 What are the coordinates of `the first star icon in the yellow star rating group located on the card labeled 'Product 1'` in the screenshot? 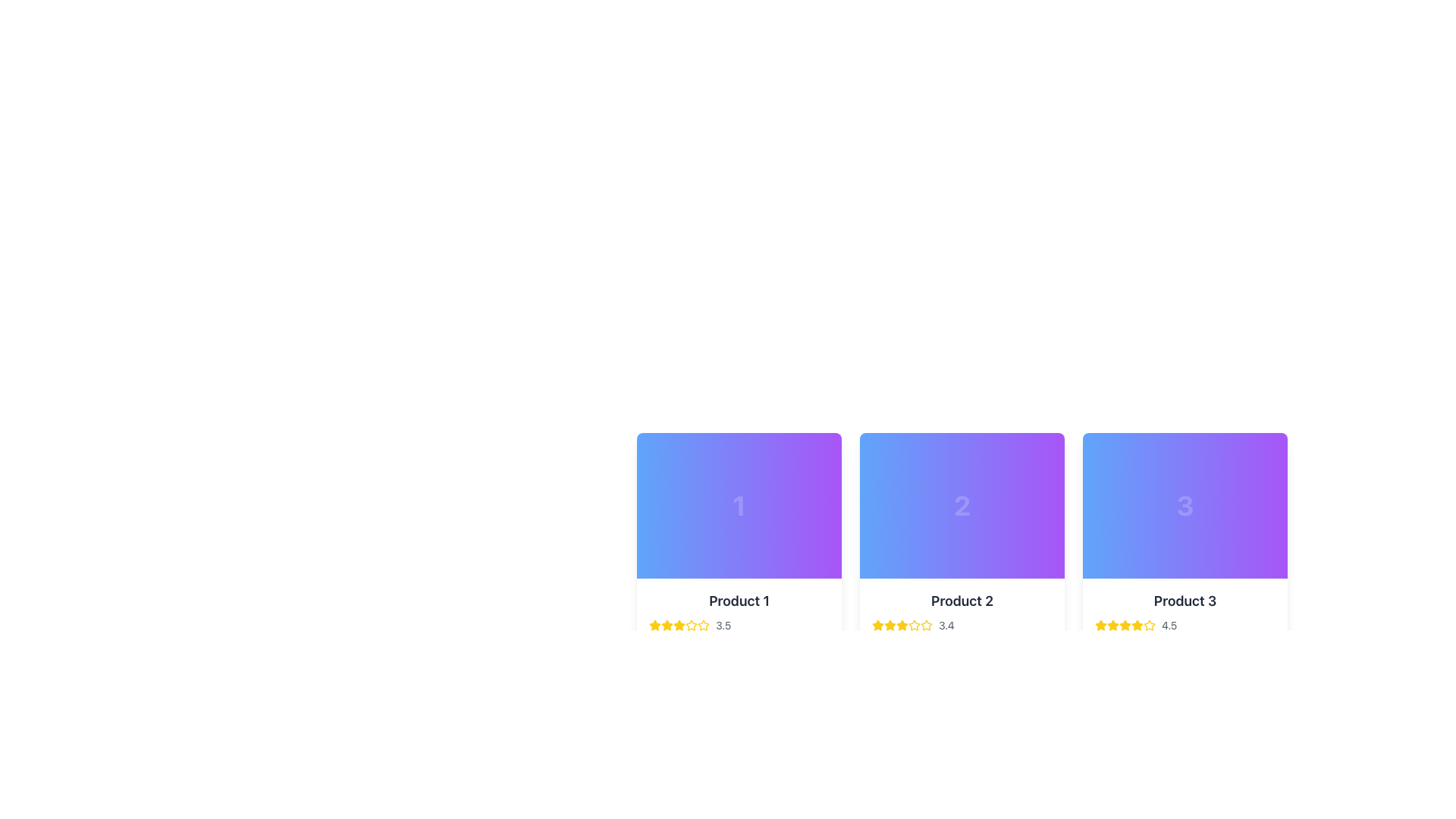 It's located at (655, 626).